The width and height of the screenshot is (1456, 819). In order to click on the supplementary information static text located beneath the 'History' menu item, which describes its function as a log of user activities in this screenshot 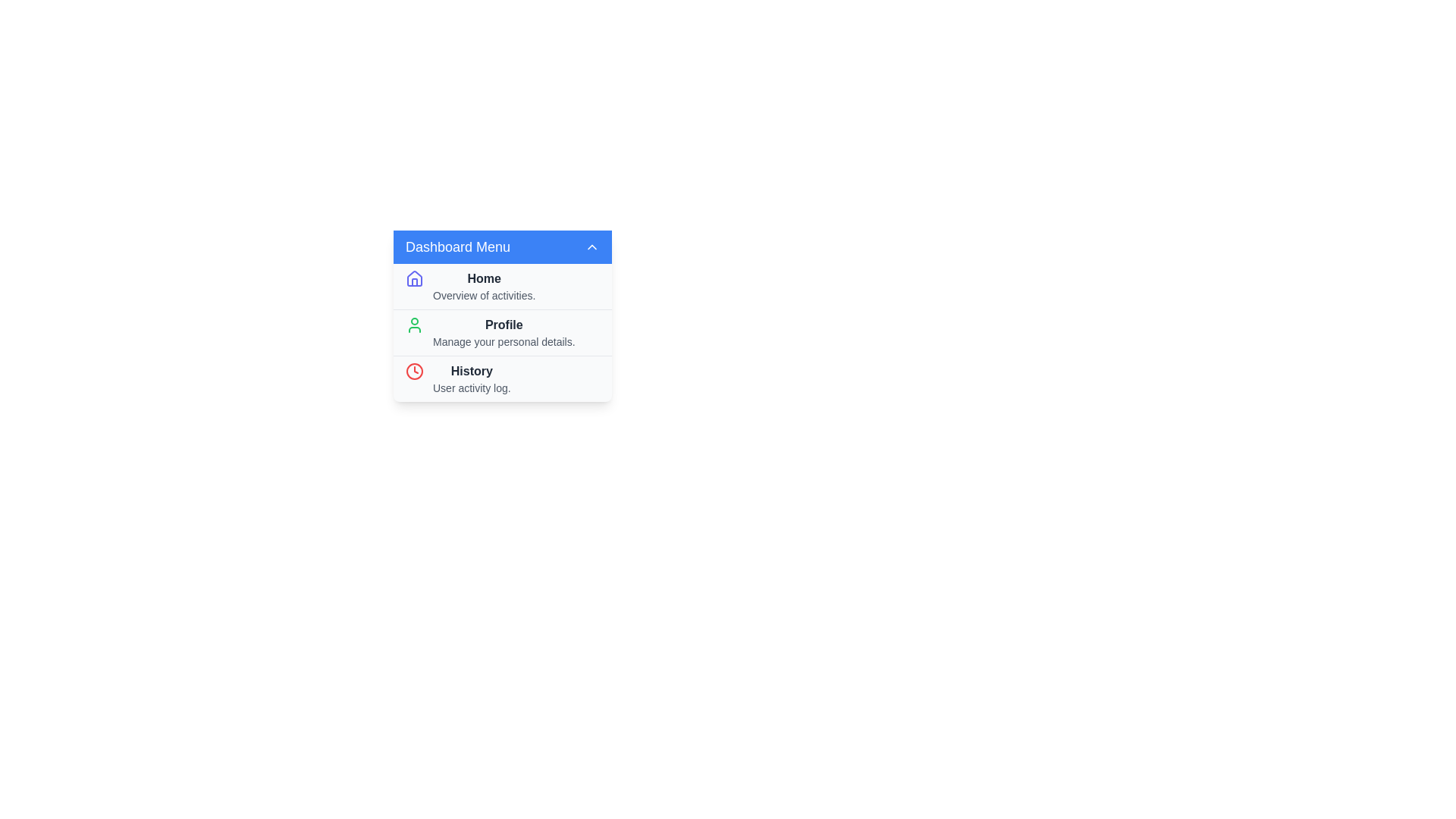, I will do `click(471, 388)`.